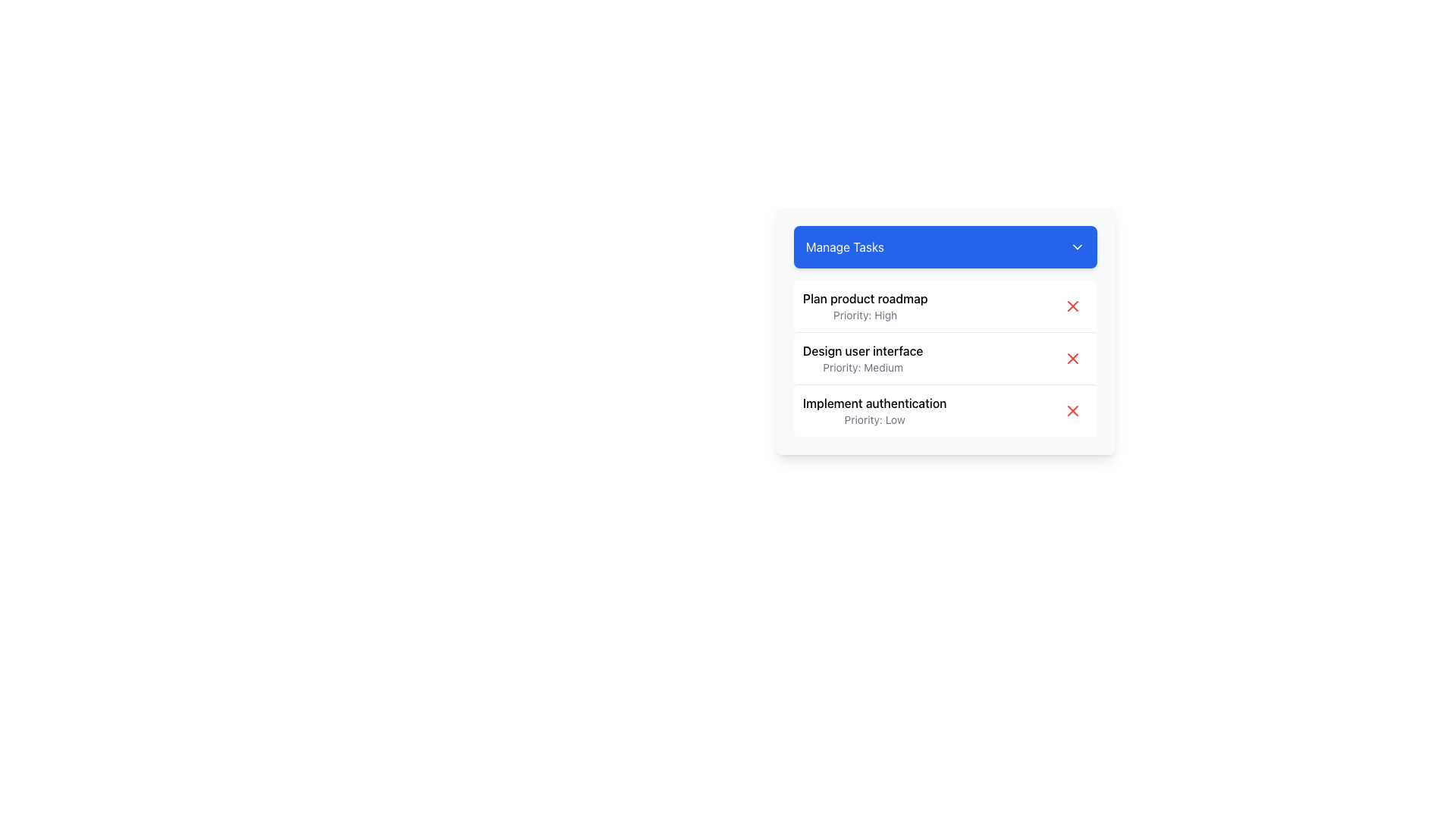 This screenshot has height=819, width=1456. What do you see at coordinates (945, 359) in the screenshot?
I see `the middle task titled 'Design user interface' in the 'Manage Tasks' card` at bounding box center [945, 359].